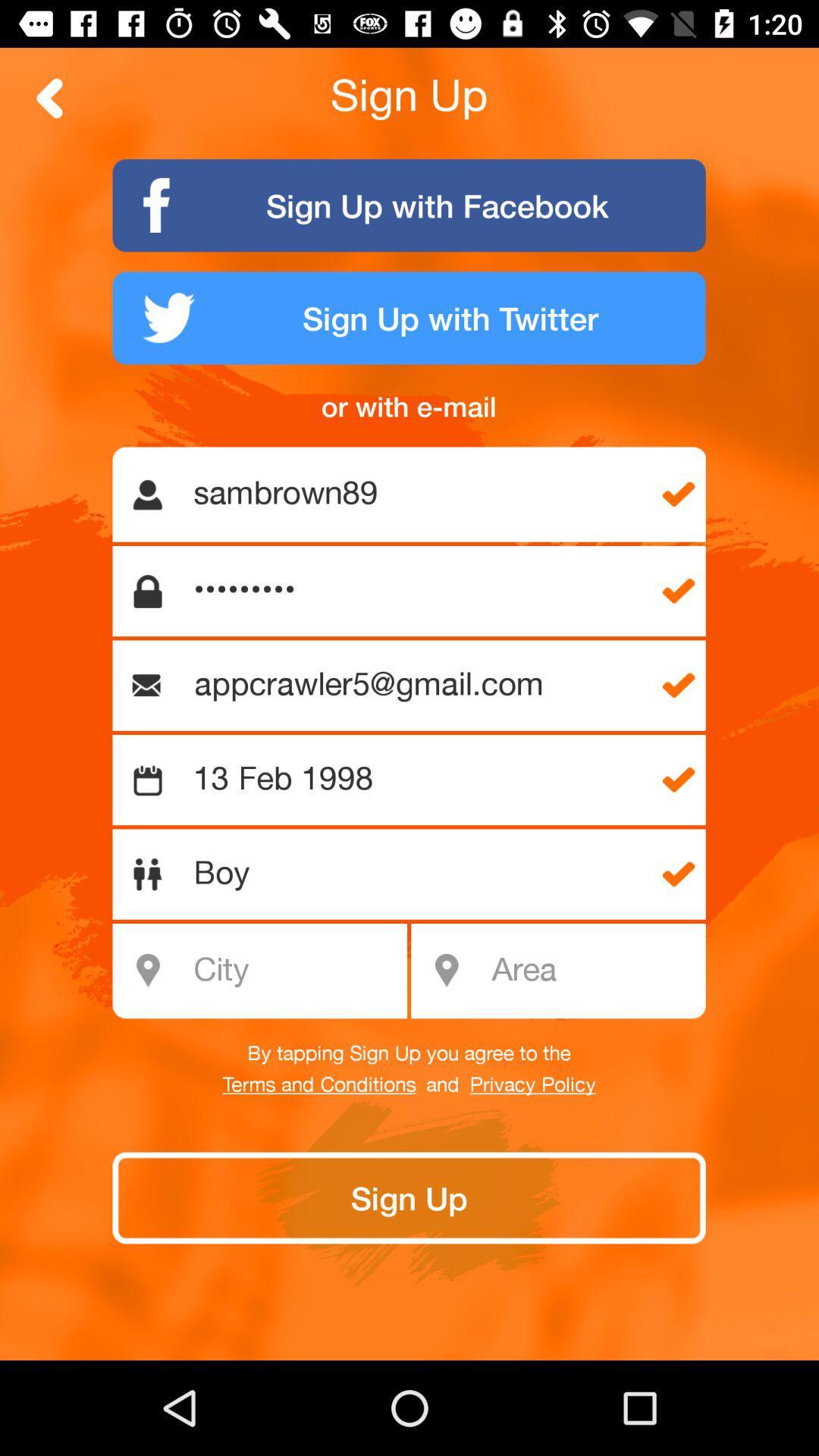 This screenshot has width=819, height=1456. Describe the element at coordinates (49, 97) in the screenshot. I see `go back` at that location.